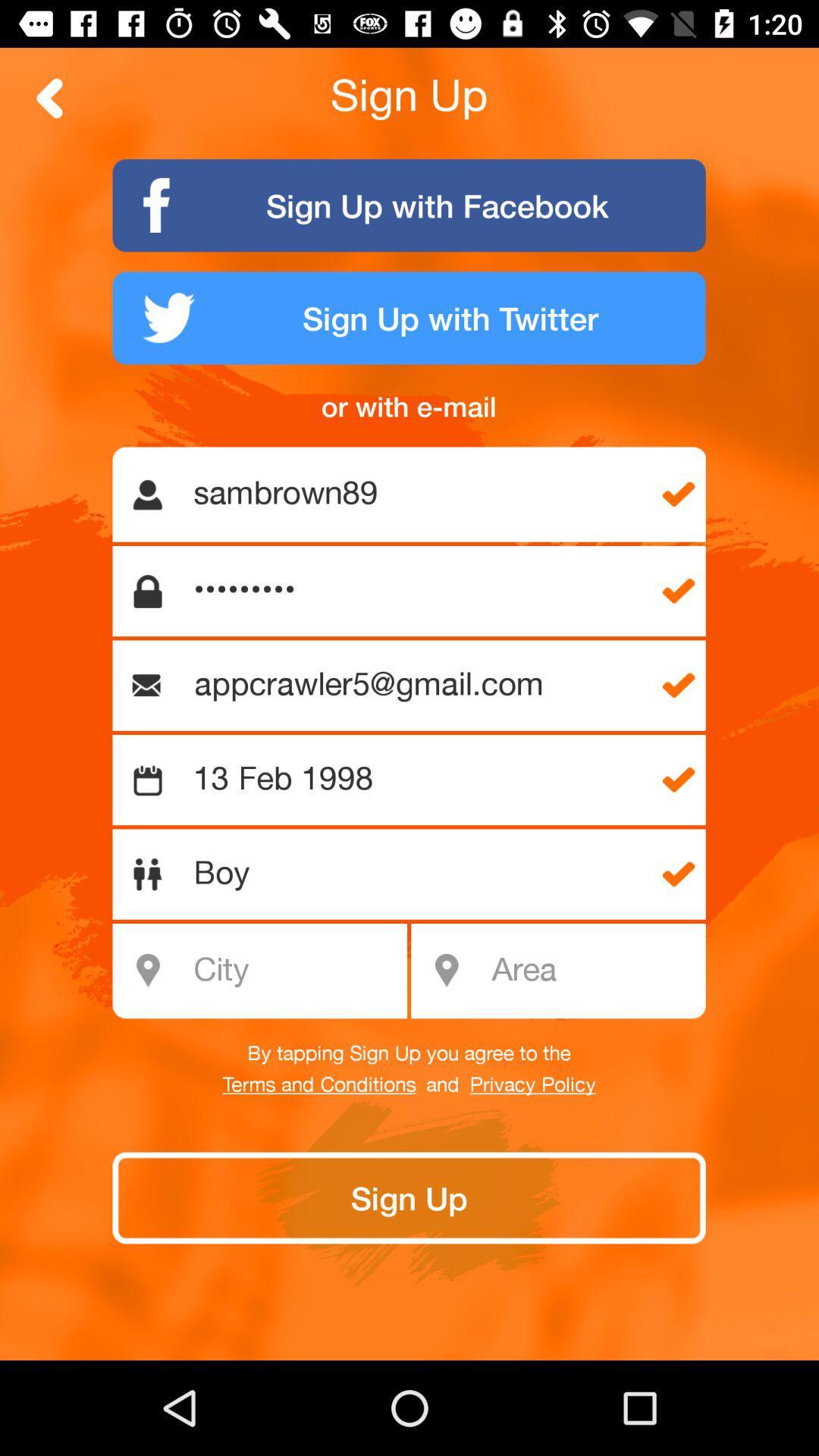 This screenshot has width=819, height=1456. Describe the element at coordinates (49, 97) in the screenshot. I see `go back` at that location.